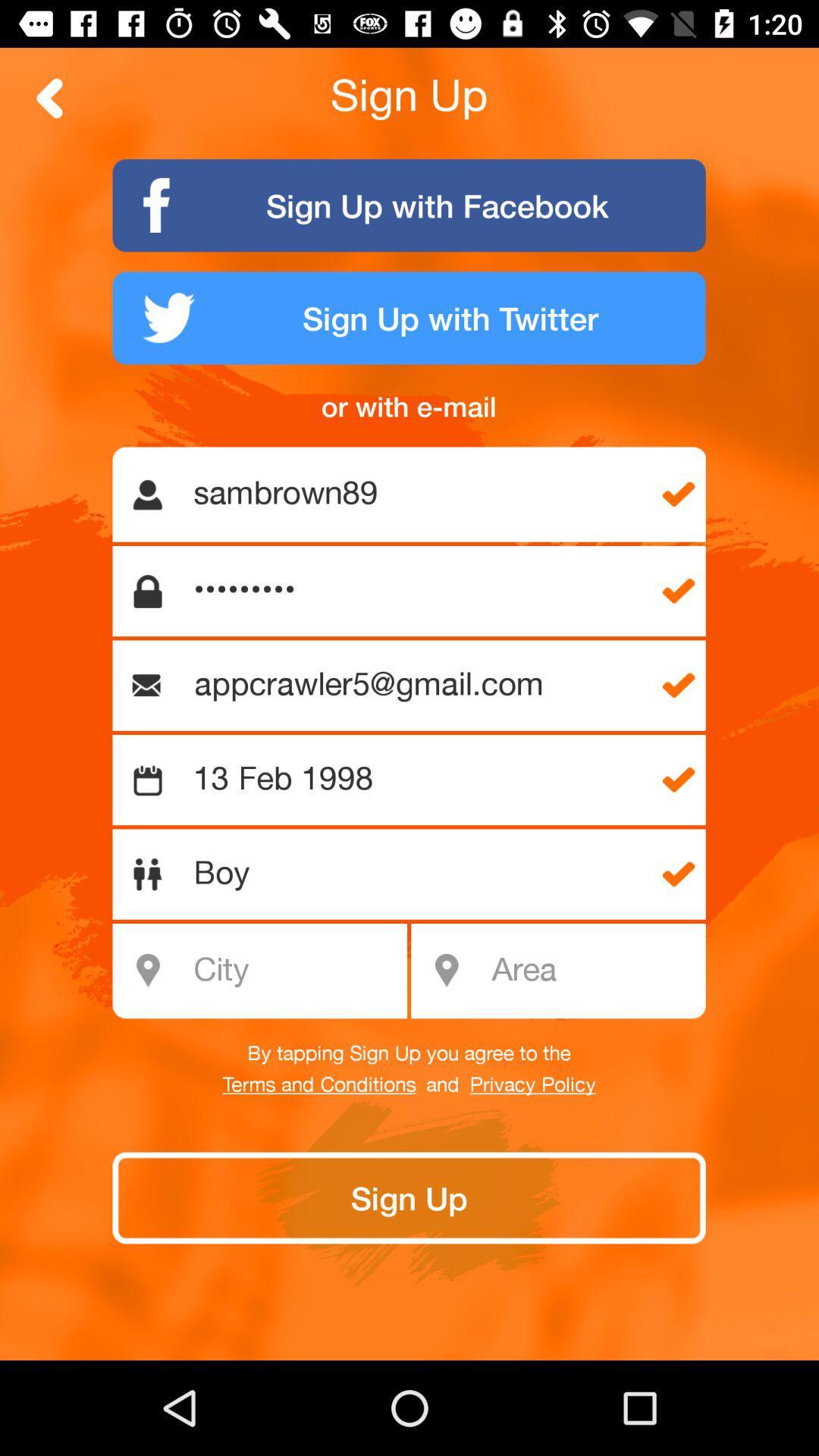 This screenshot has width=819, height=1456. Describe the element at coordinates (49, 97) in the screenshot. I see `go back` at that location.